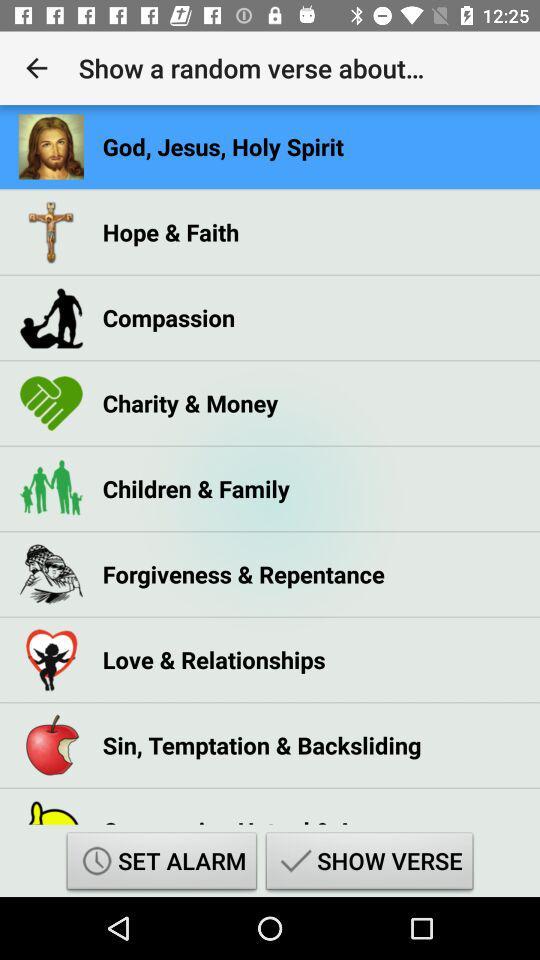 The width and height of the screenshot is (540, 960). Describe the element at coordinates (190, 402) in the screenshot. I see `charity & money` at that location.